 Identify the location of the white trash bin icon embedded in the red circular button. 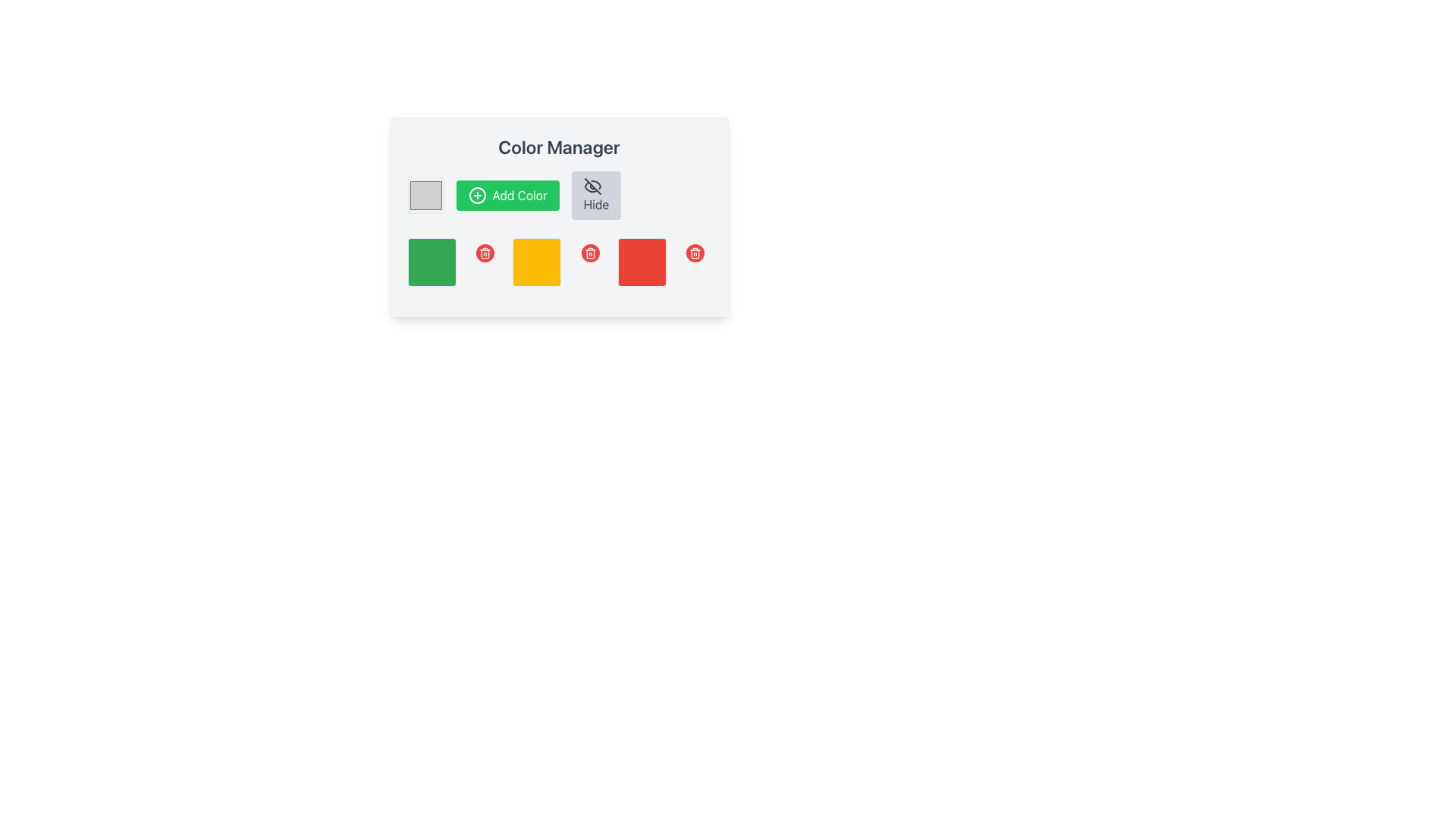
(695, 253).